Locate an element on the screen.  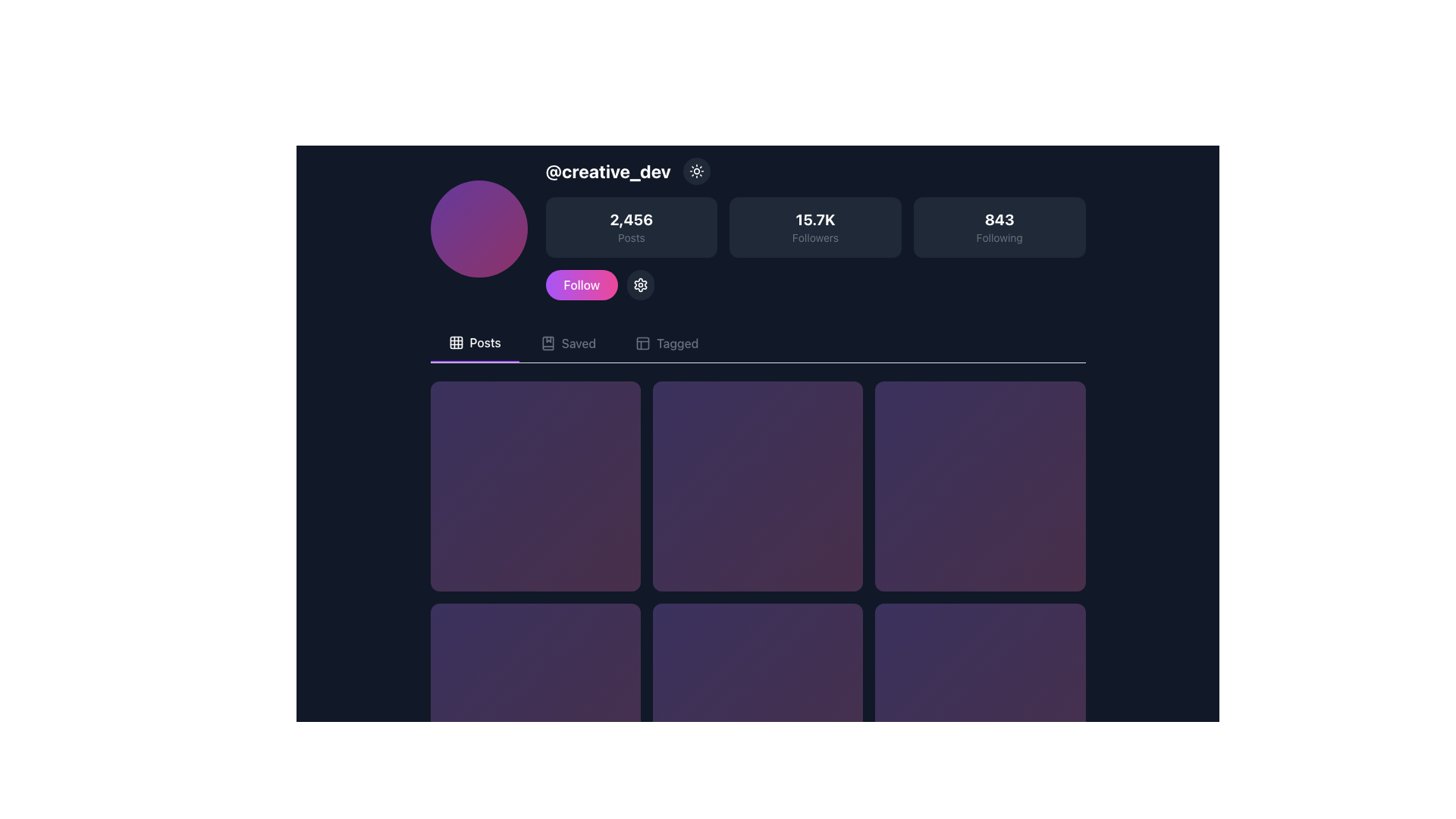
the navigation Text label in the interactive menu to redirect to the saved or bookmarked content section is located at coordinates (578, 343).